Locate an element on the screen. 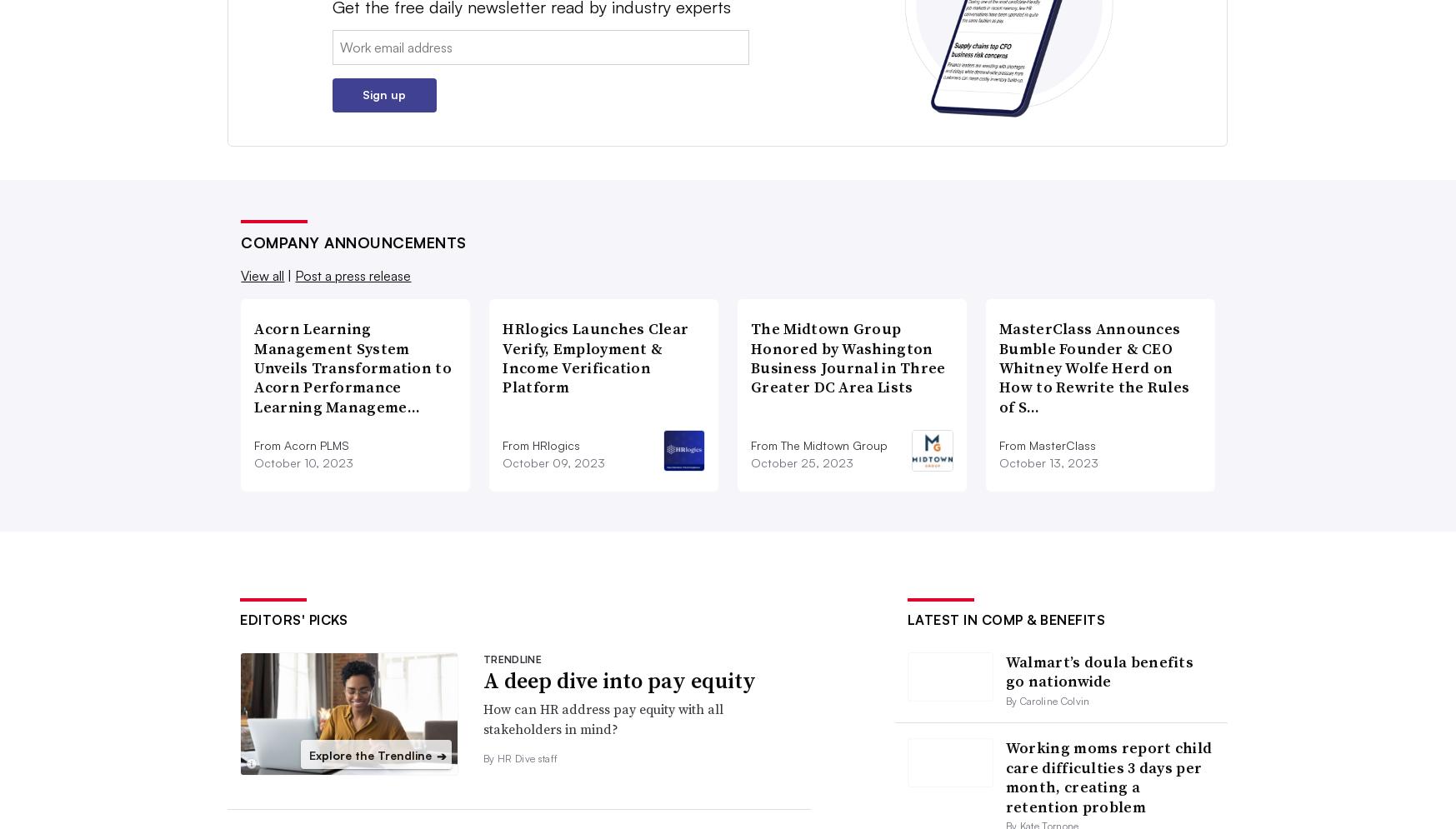 The width and height of the screenshot is (1456, 829). 'Sign up' is located at coordinates (384, 94).